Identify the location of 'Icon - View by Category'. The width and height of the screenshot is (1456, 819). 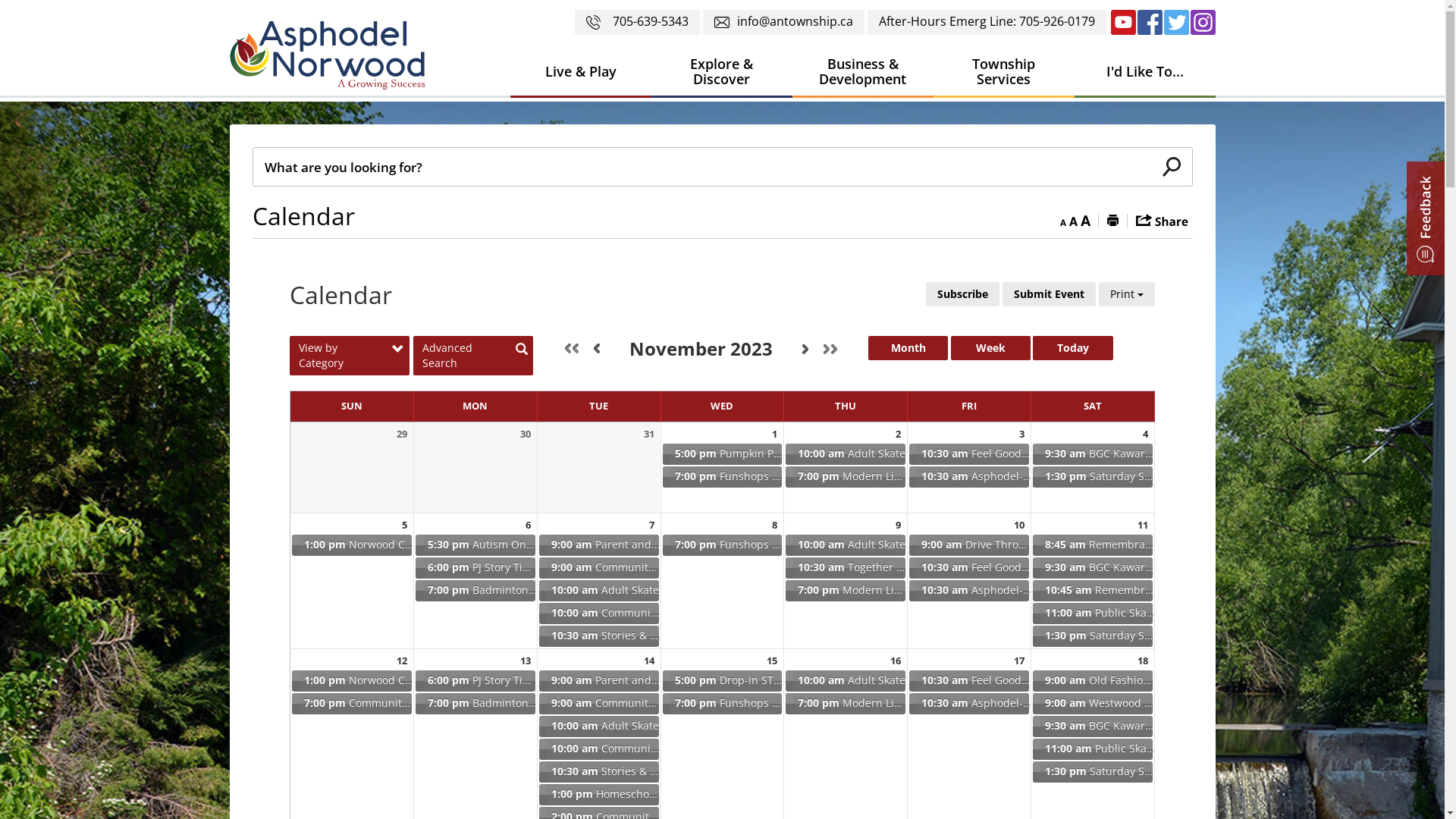
(397, 350).